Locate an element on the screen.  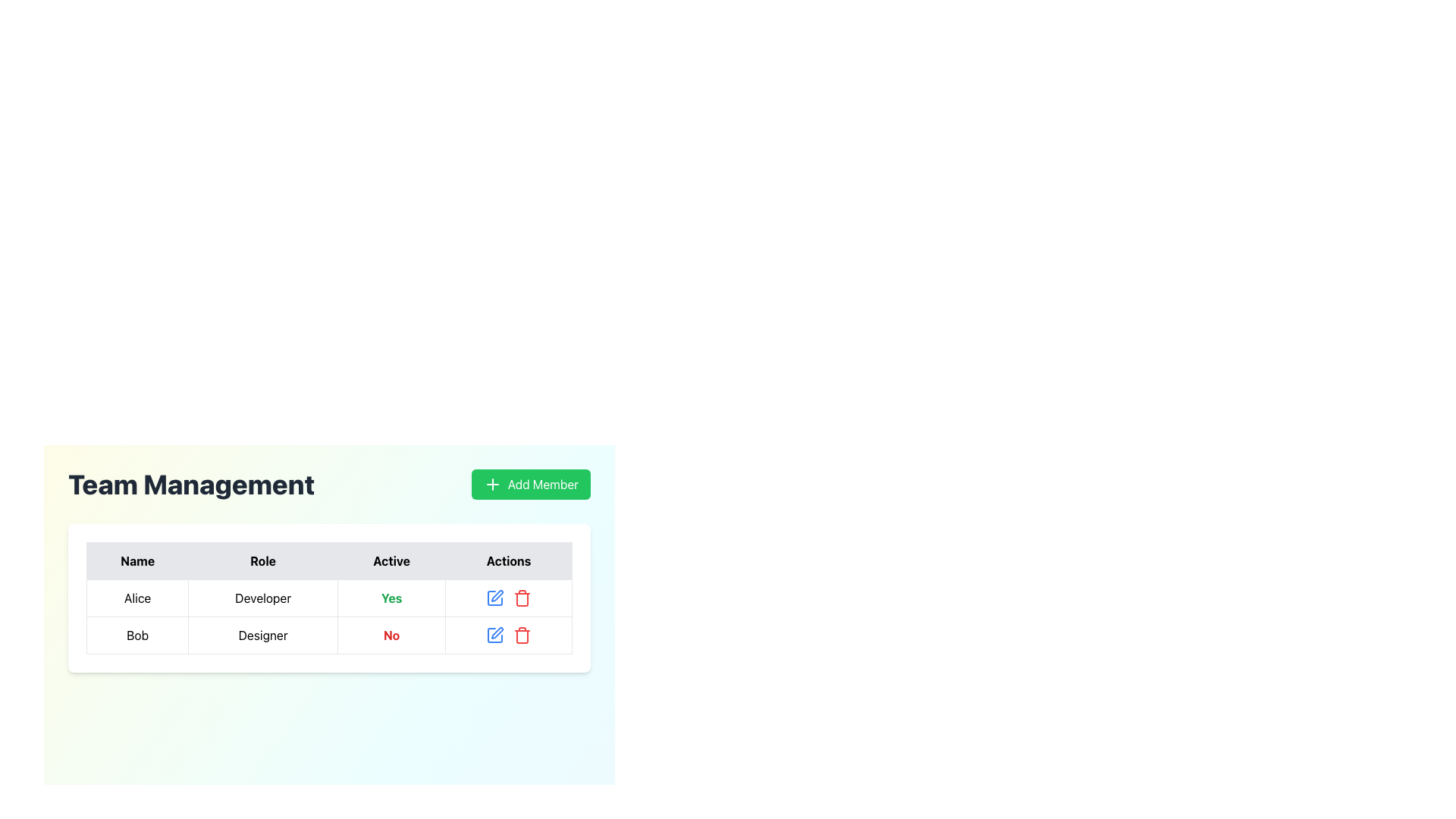
the plus icon, which is part of the 'Add Member' green button is located at coordinates (492, 485).